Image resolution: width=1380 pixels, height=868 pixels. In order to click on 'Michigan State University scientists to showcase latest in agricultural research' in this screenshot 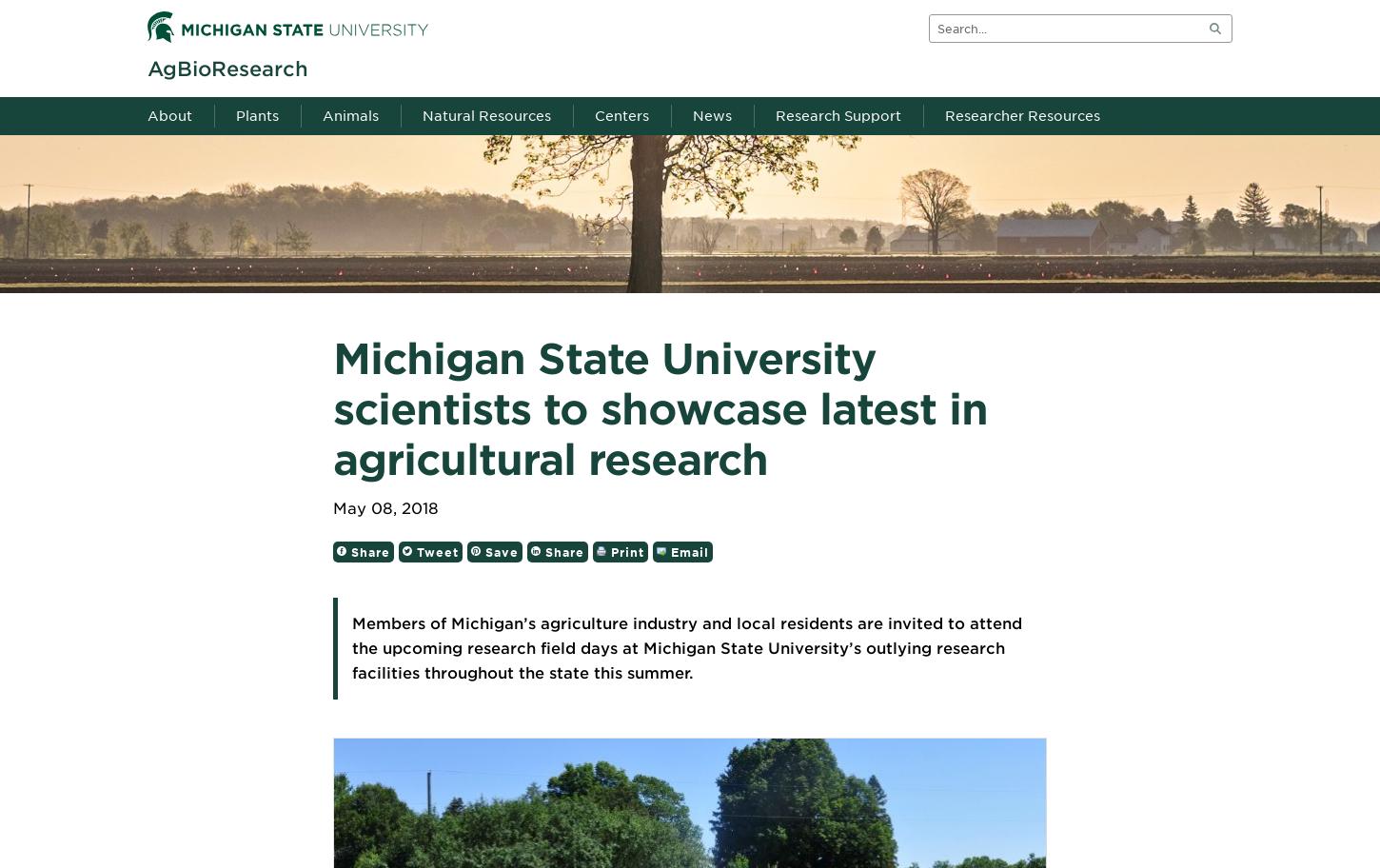, I will do `click(659, 408)`.